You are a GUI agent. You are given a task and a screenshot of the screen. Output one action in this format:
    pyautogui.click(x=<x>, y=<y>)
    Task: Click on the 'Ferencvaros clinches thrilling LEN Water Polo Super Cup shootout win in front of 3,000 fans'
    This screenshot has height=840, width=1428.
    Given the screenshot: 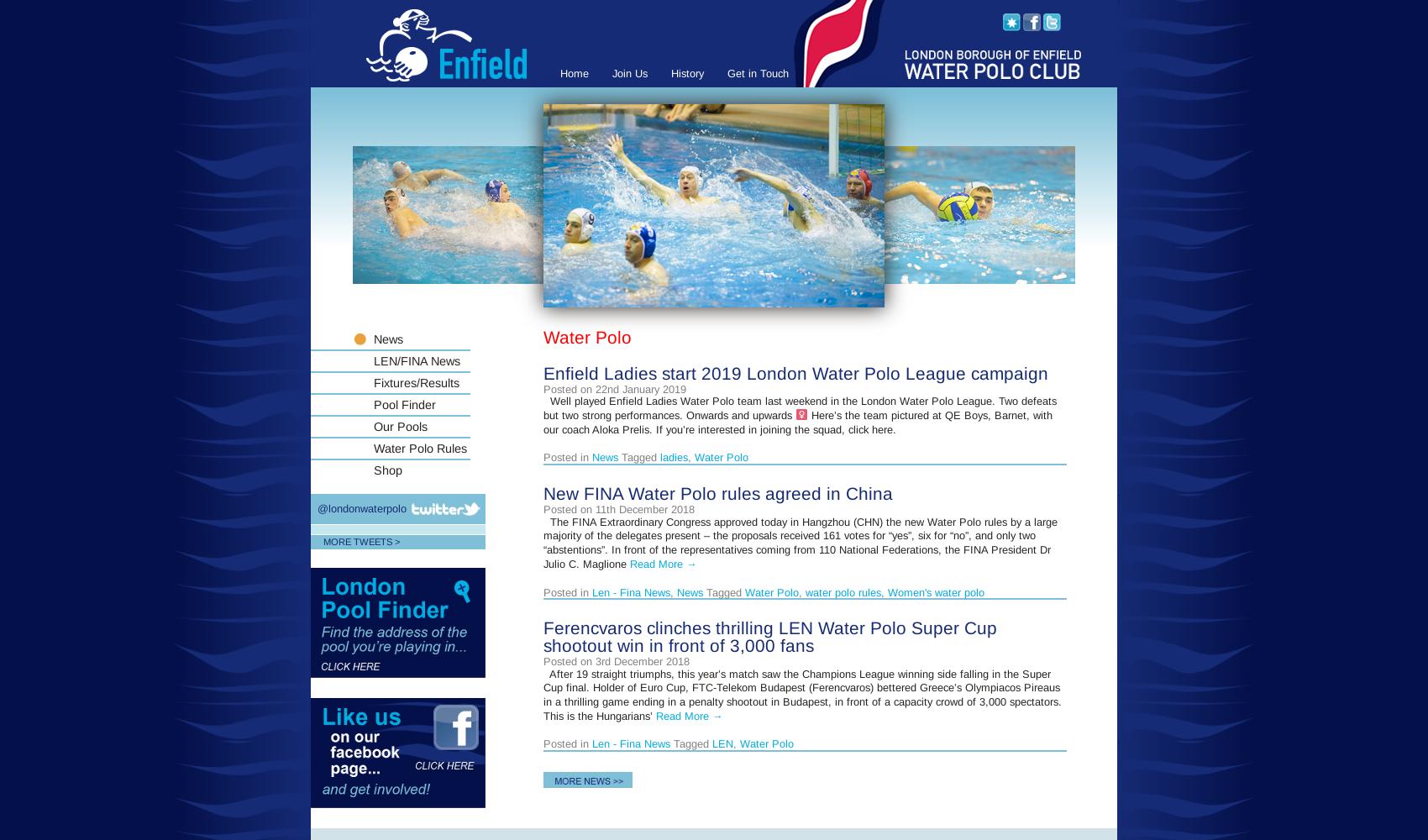 What is the action you would take?
    pyautogui.click(x=769, y=637)
    